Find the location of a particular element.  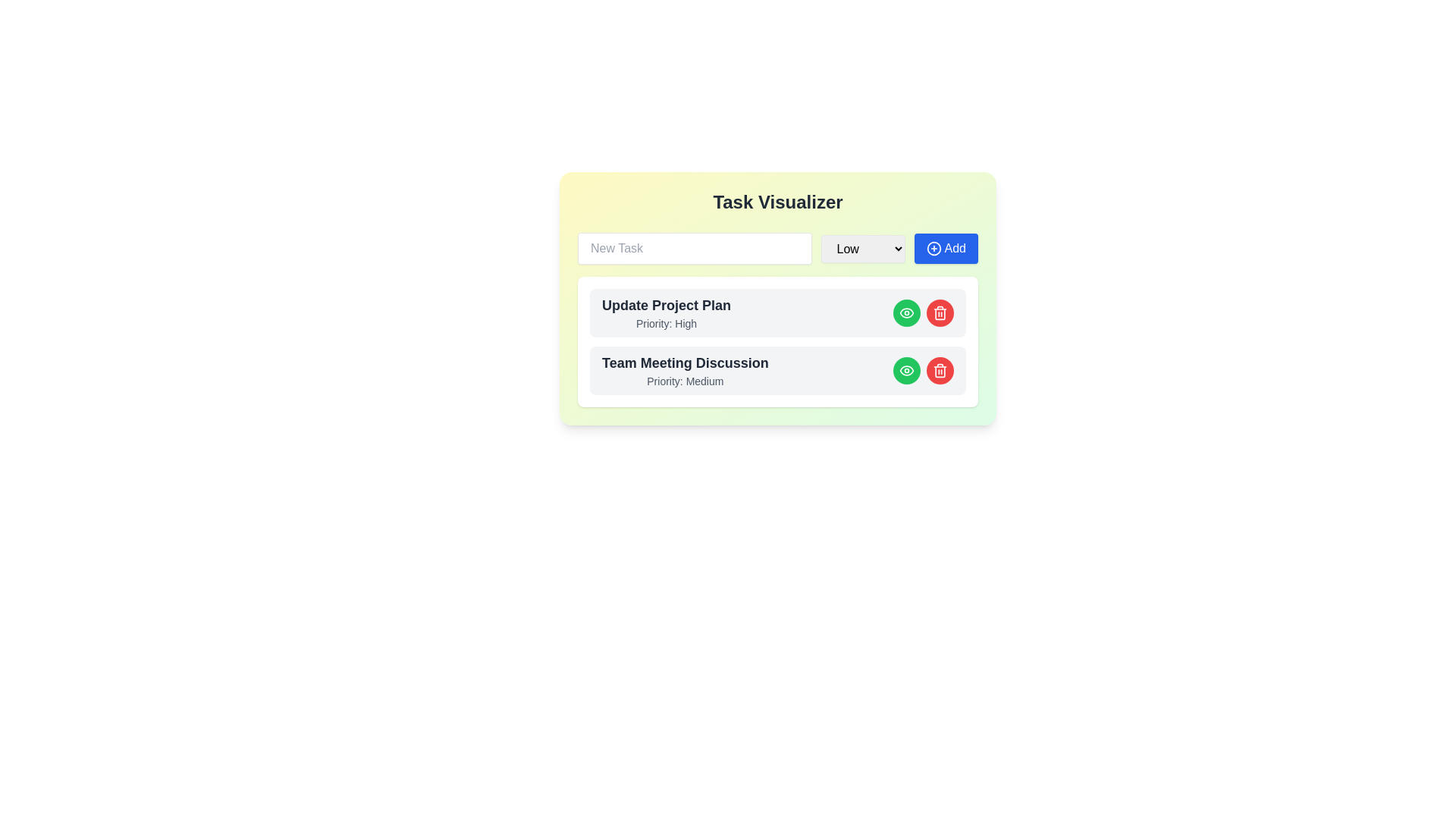

the eye button in the 'Team Meeting Discussion' task entry is located at coordinates (923, 371).